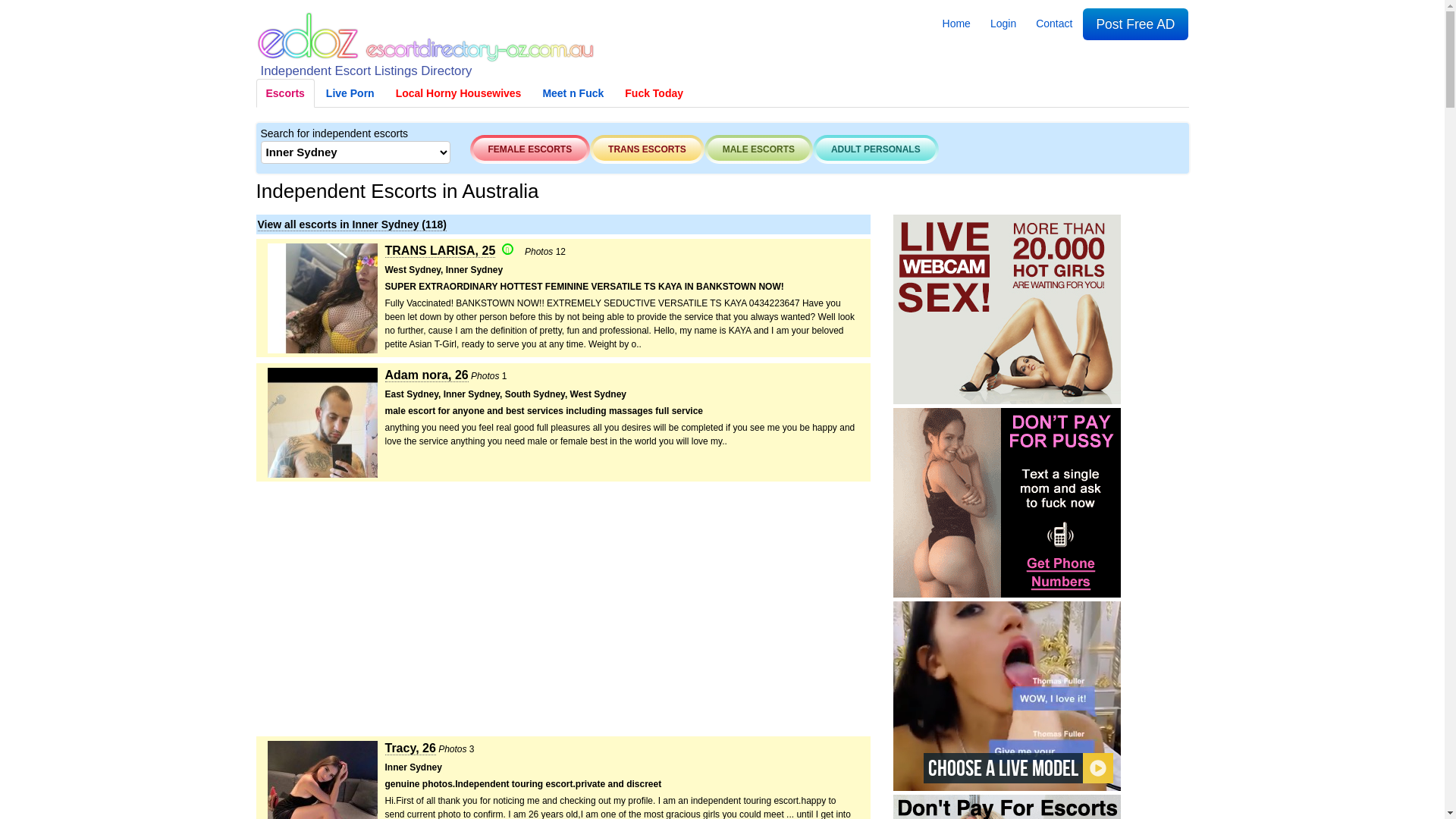  I want to click on 'Escorts', so click(285, 93).